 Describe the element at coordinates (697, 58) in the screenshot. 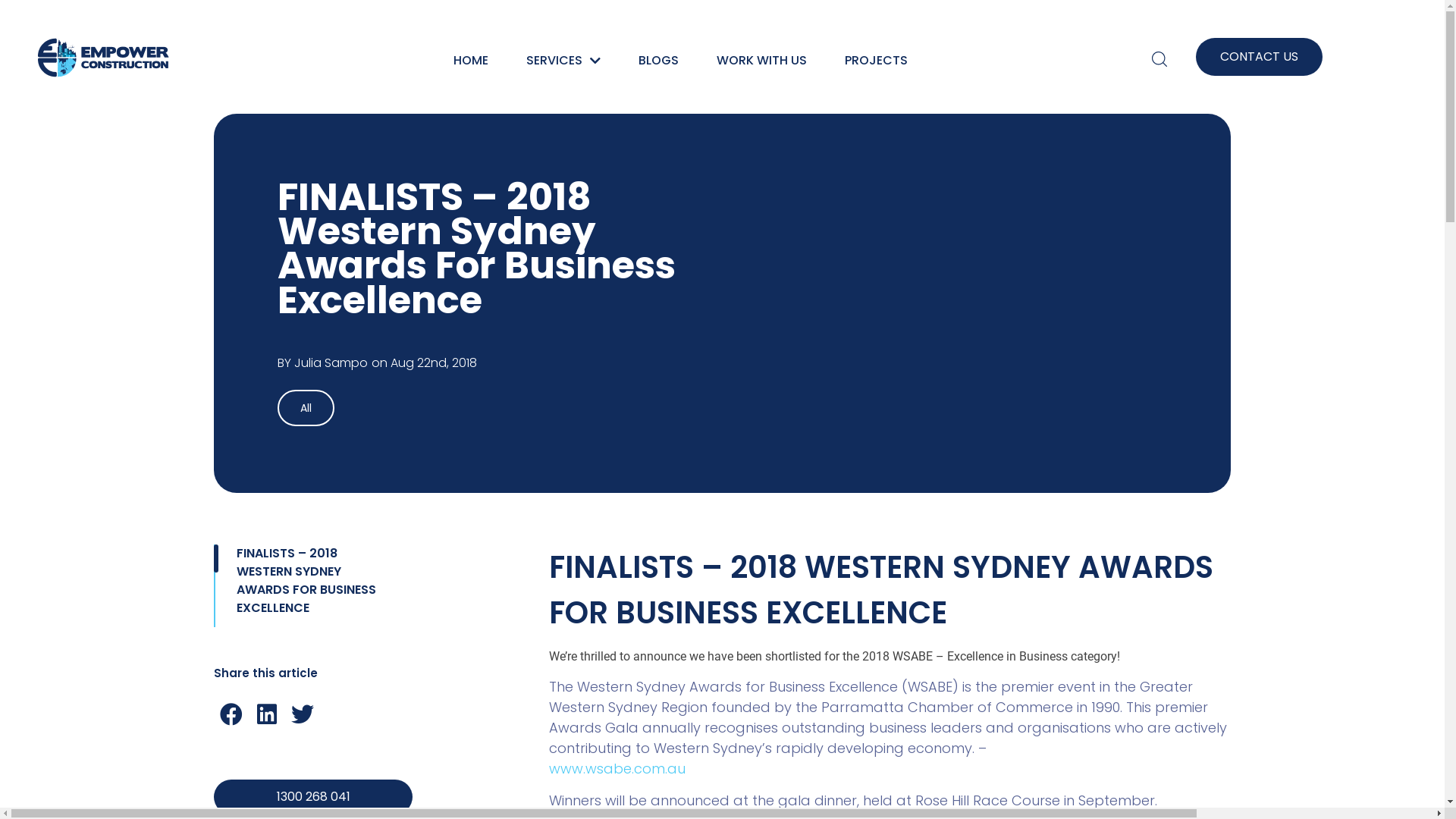

I see `'WORK WITH US'` at that location.